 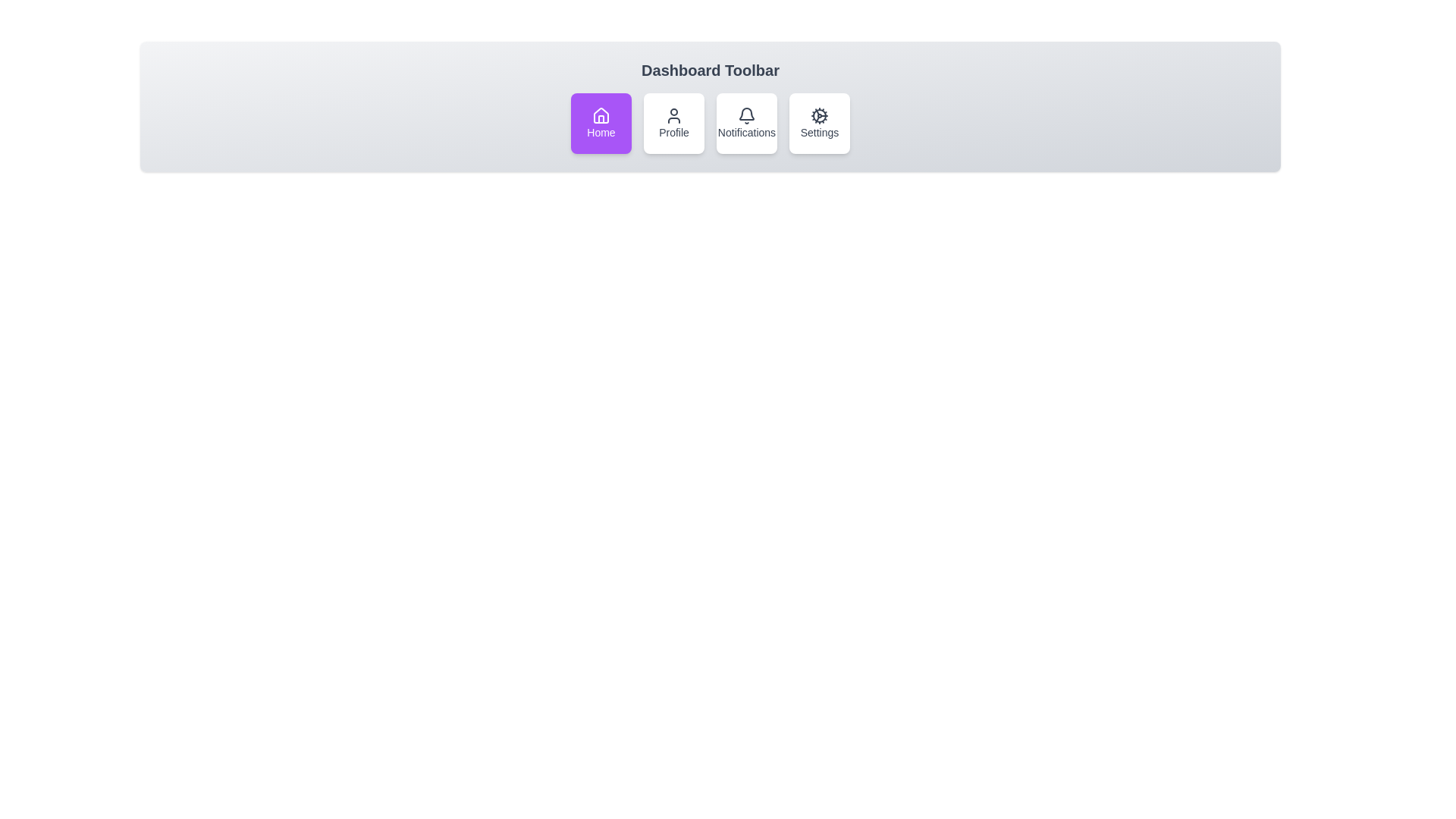 I want to click on the toolbar item labeled Settings, so click(x=818, y=122).